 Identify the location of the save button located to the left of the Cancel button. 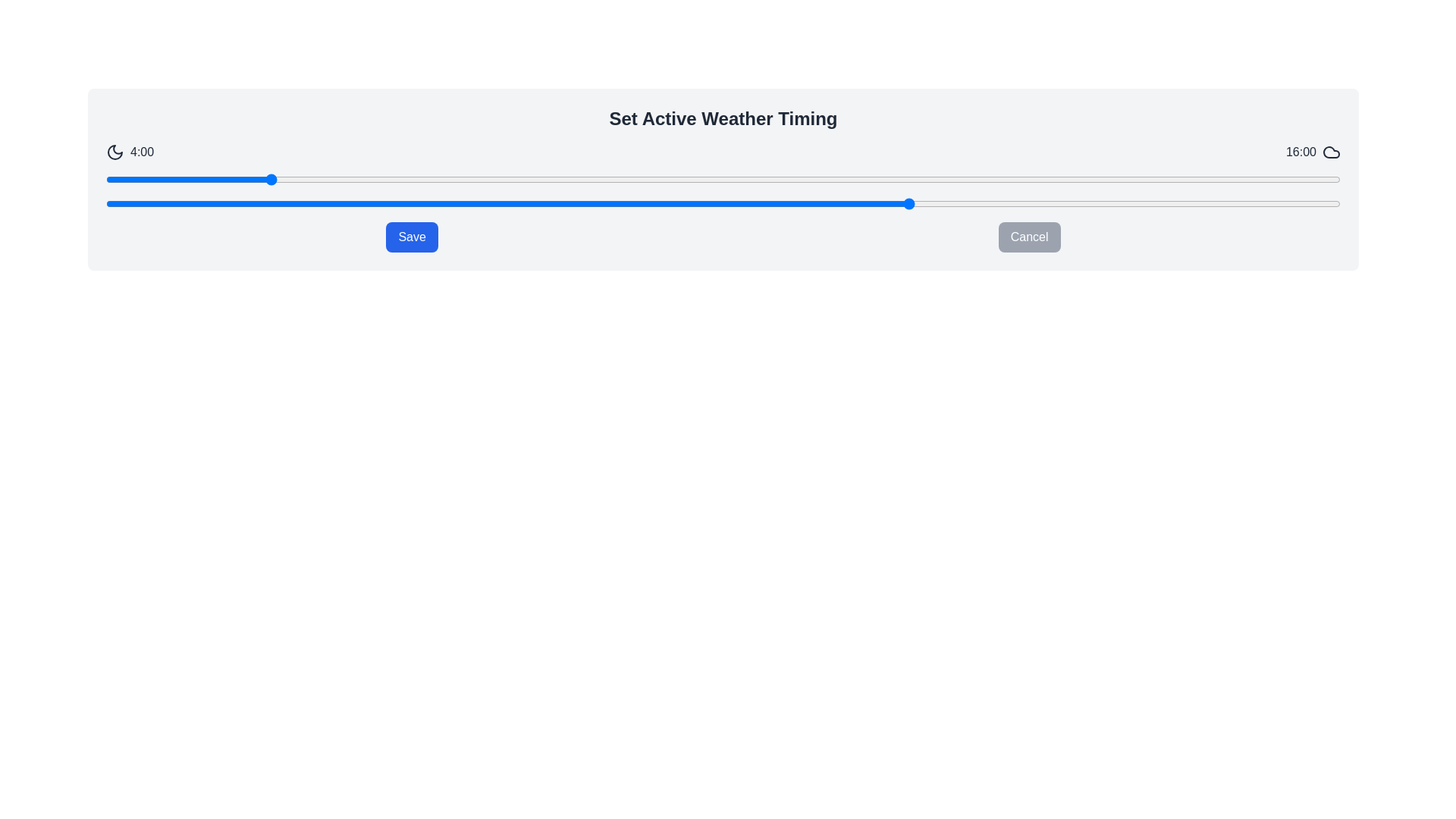
(412, 237).